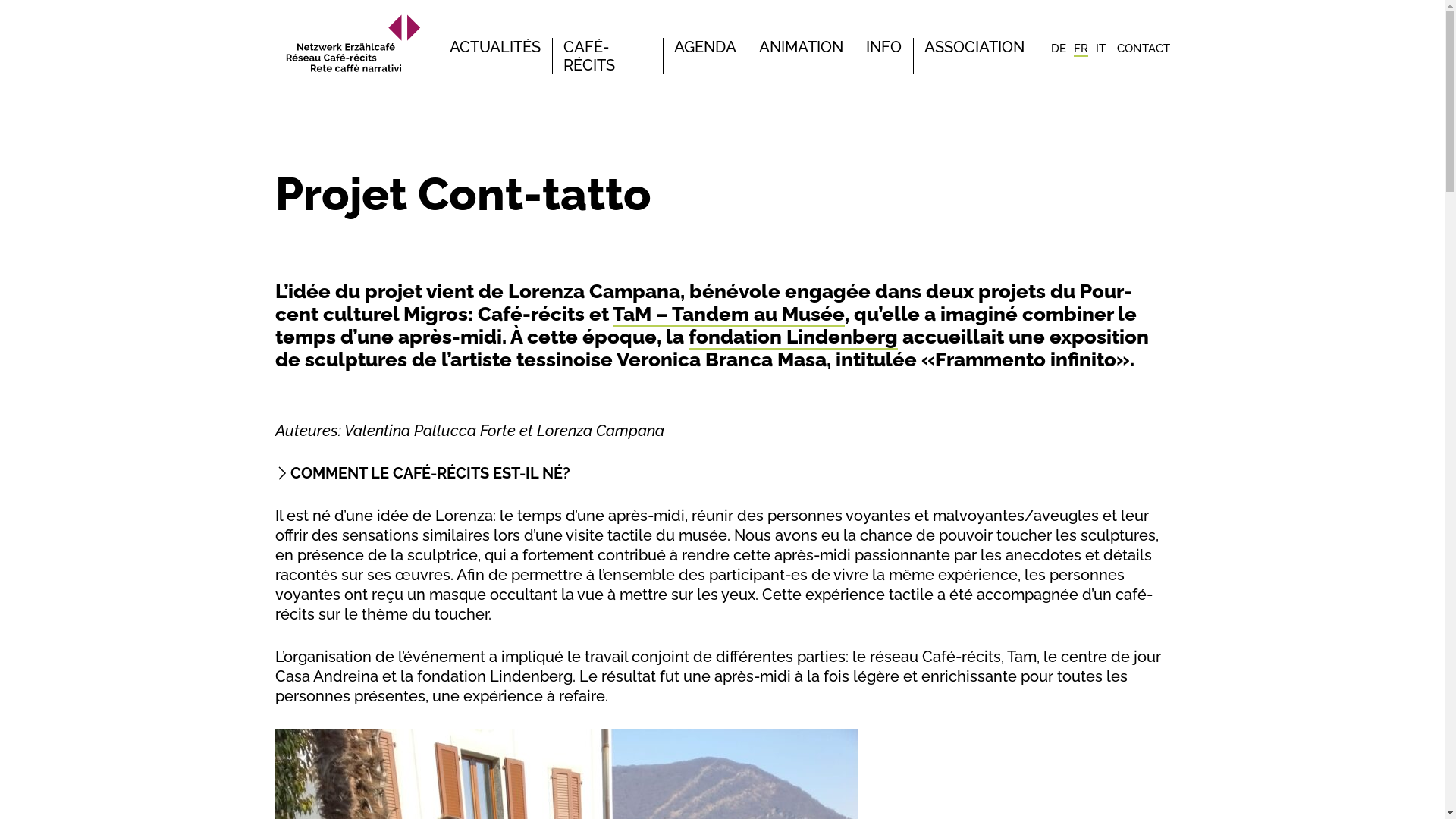 The image size is (1456, 819). Describe the element at coordinates (883, 45) in the screenshot. I see `'INFO'` at that location.